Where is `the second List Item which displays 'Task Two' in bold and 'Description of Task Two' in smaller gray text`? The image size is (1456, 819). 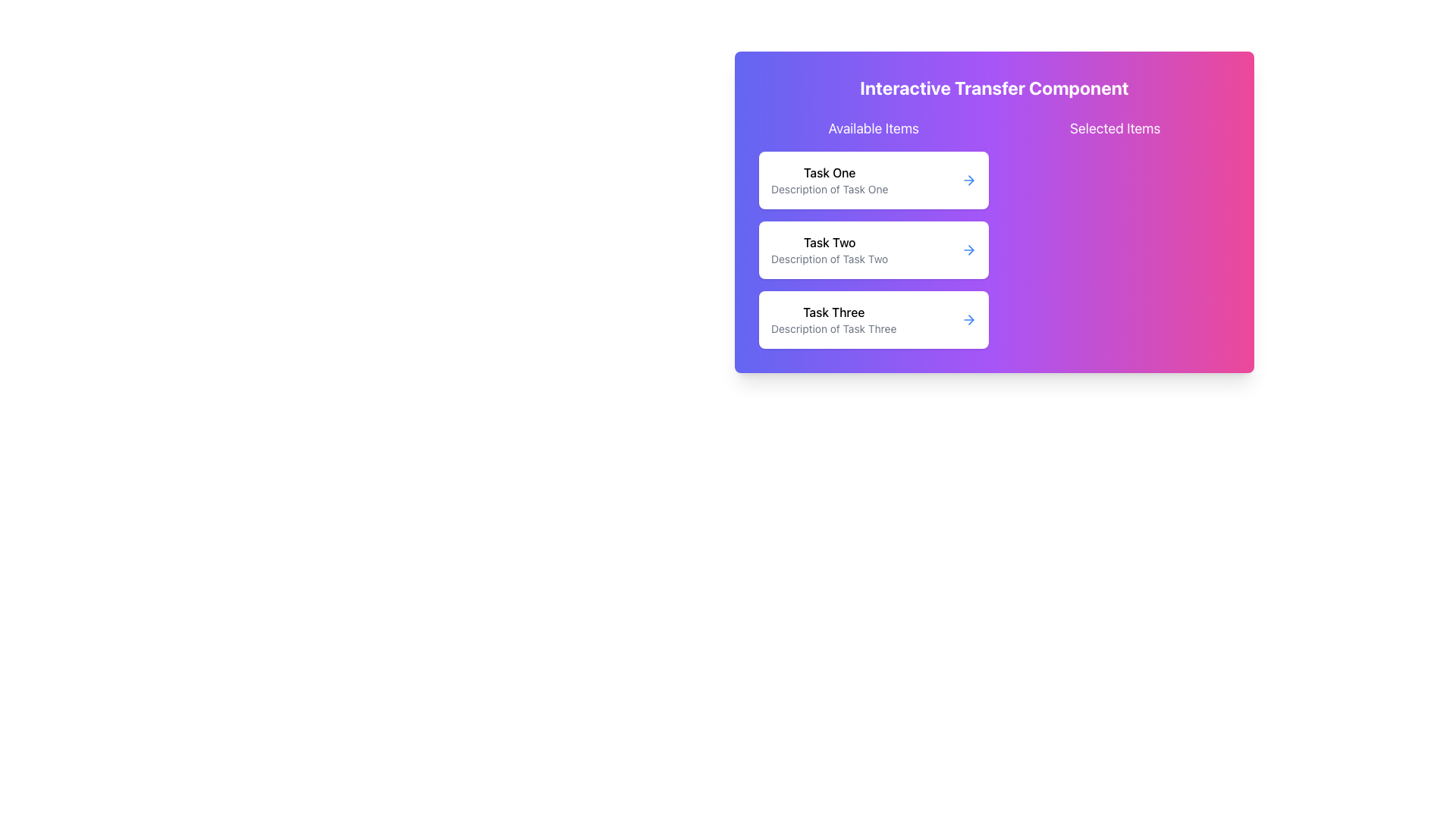
the second List Item which displays 'Task Two' in bold and 'Description of Task Two' in smaller gray text is located at coordinates (829, 249).